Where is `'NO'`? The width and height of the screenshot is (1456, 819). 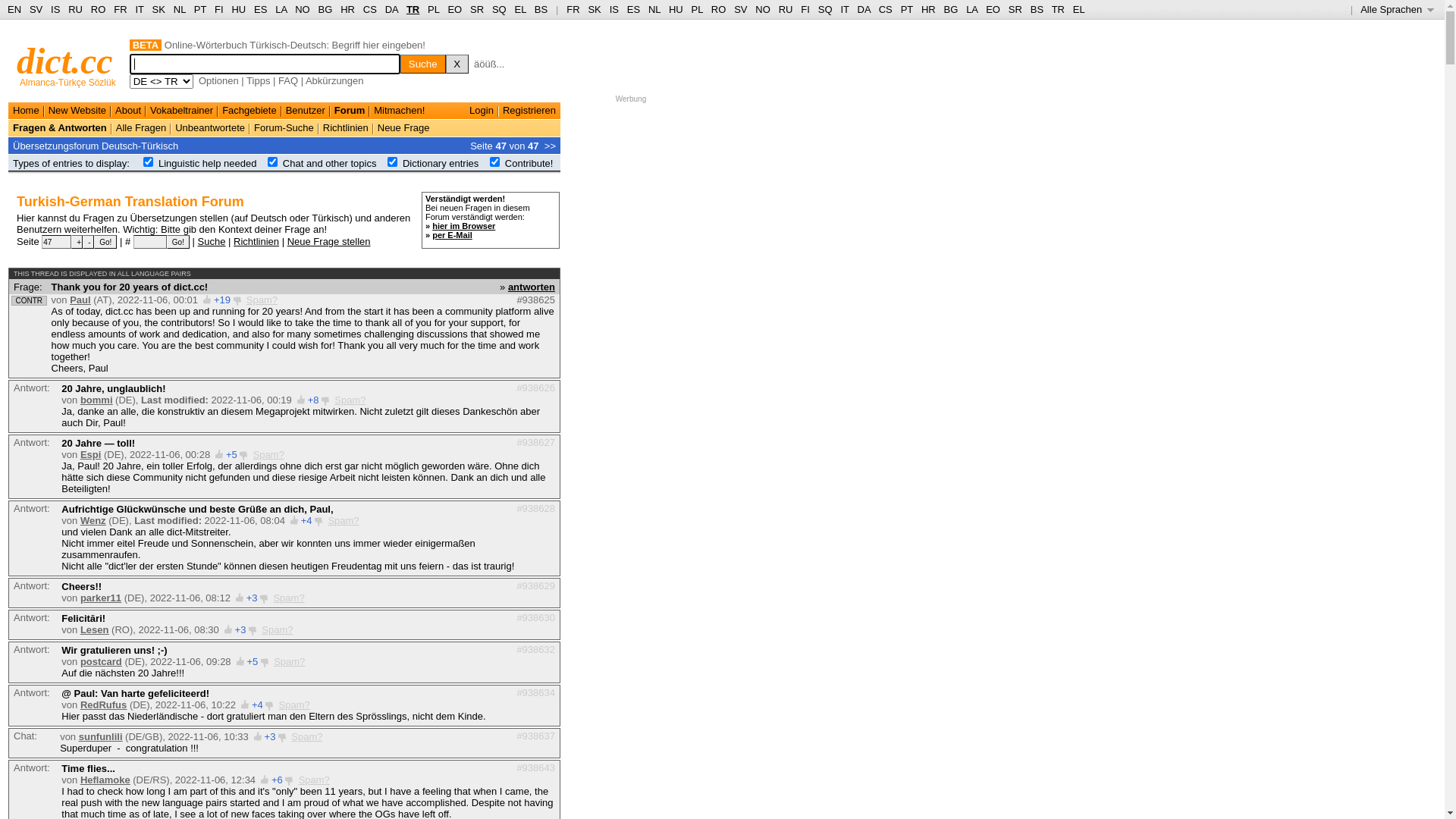 'NO' is located at coordinates (763, 9).